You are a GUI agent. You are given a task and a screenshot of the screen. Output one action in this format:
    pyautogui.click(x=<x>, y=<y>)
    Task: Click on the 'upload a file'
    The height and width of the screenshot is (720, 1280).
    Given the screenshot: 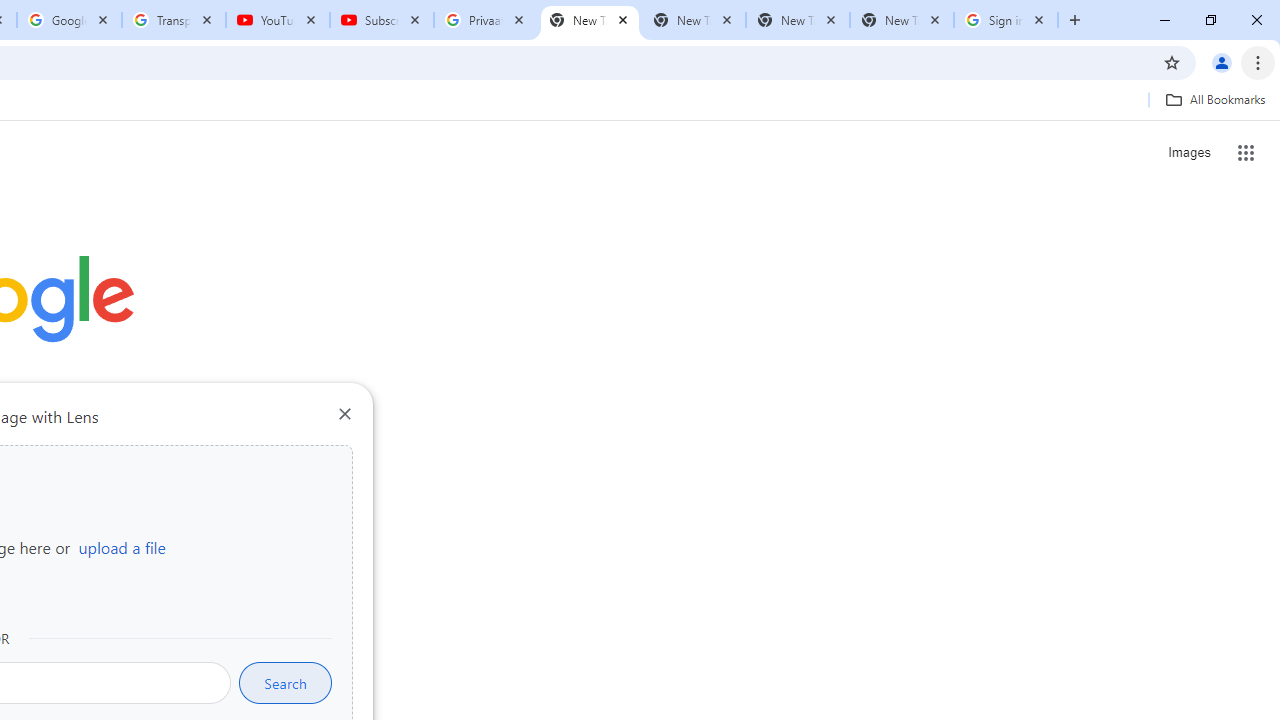 What is the action you would take?
    pyautogui.click(x=121, y=547)
    